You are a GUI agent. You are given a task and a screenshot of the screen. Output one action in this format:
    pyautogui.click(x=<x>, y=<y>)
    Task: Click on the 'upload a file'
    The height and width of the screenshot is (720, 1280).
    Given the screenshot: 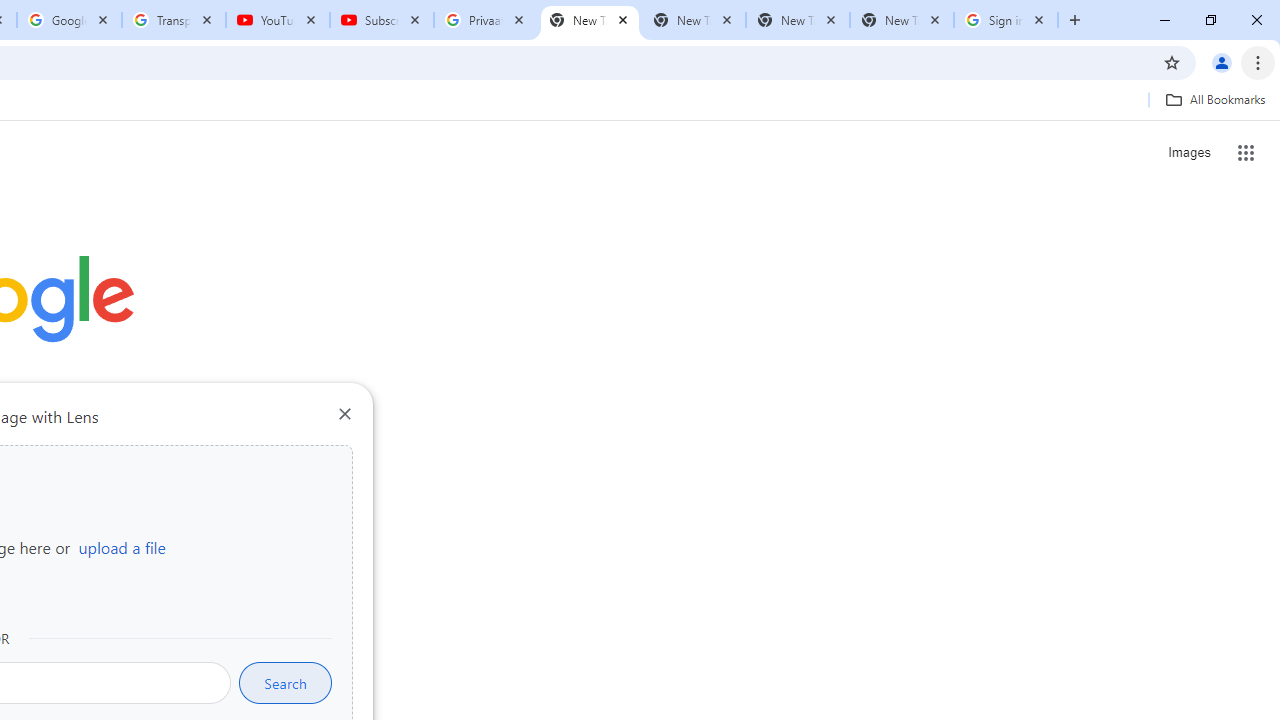 What is the action you would take?
    pyautogui.click(x=121, y=547)
    